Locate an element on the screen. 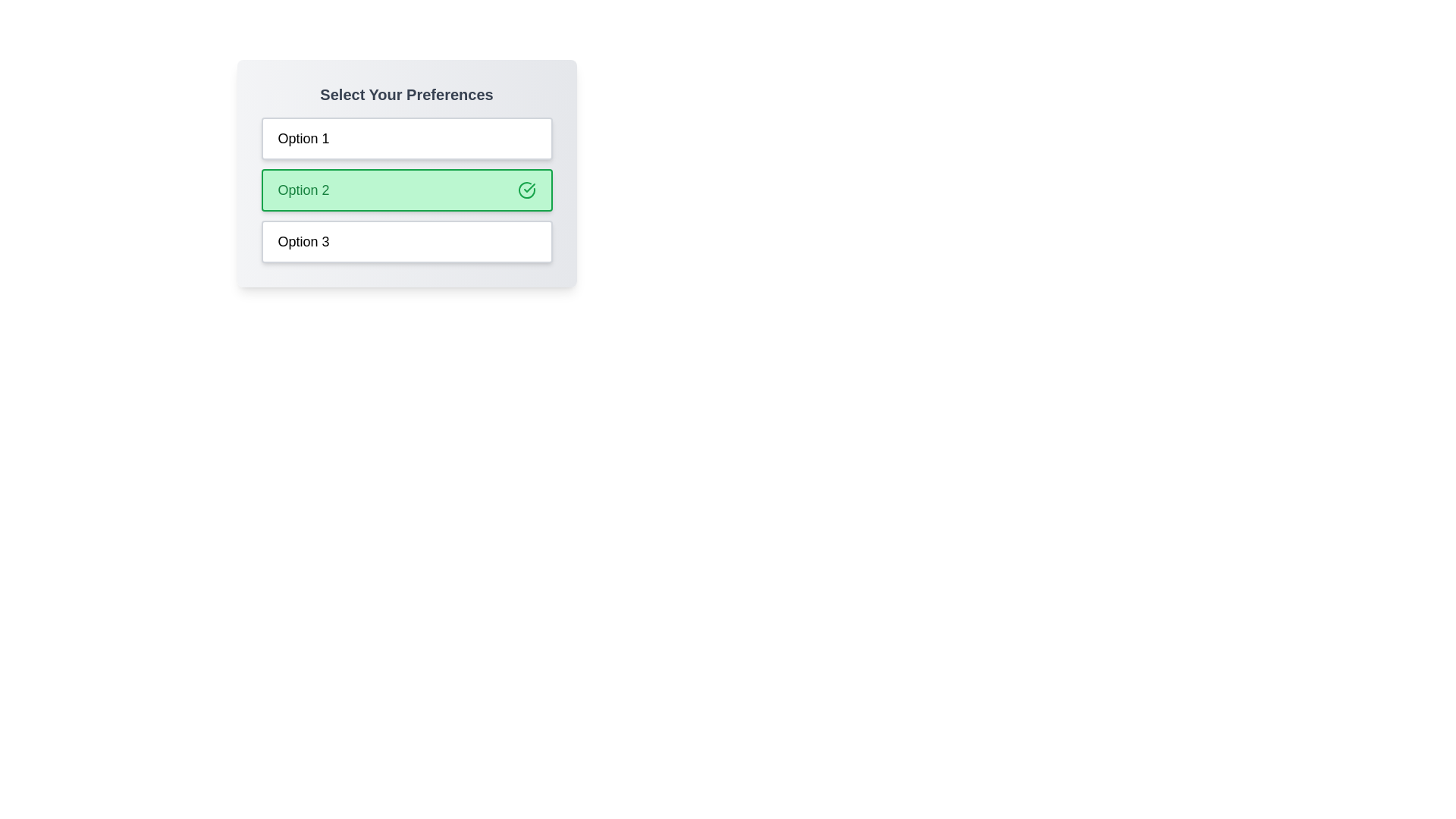 Image resolution: width=1456 pixels, height=819 pixels. the header labeled 'Select Your Preferences' is located at coordinates (406, 94).